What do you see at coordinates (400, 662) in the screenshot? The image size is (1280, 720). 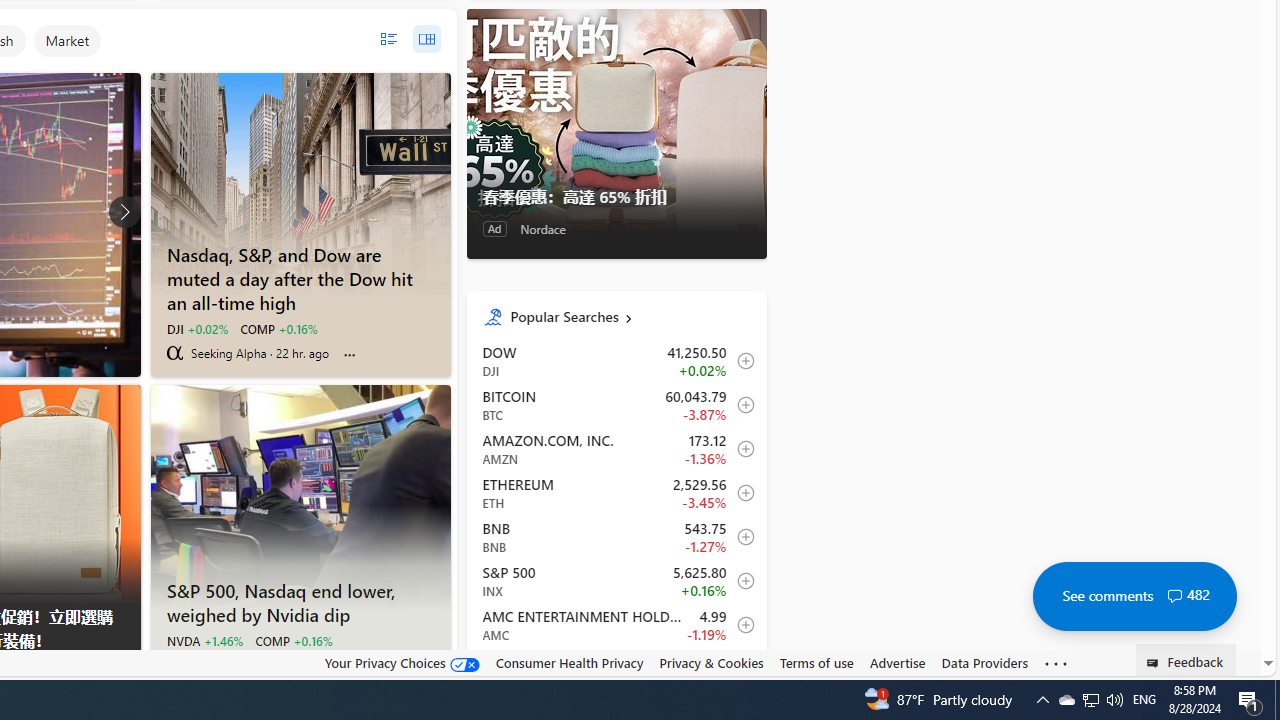 I see `'Your Privacy Choices'` at bounding box center [400, 662].